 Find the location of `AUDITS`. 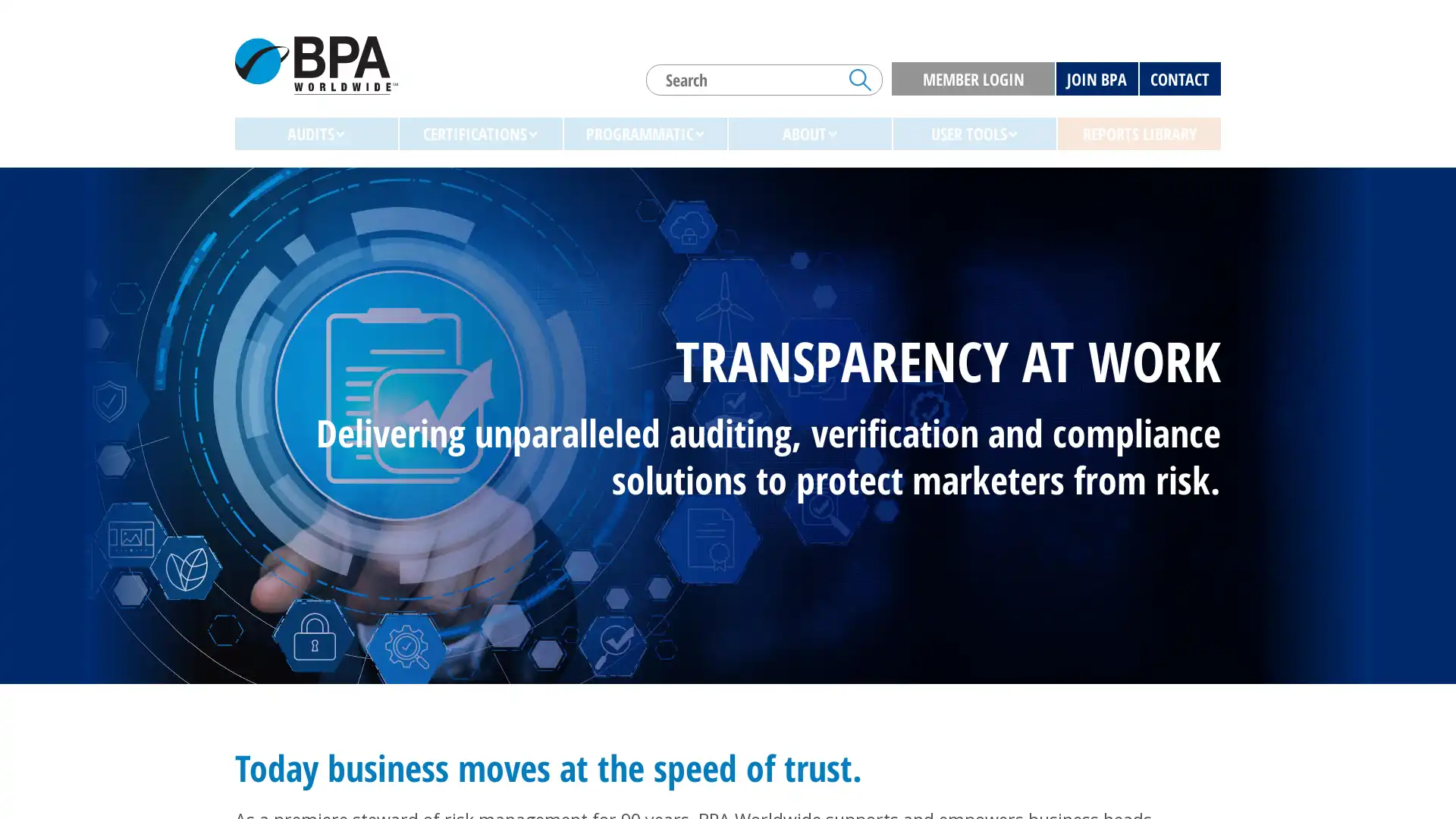

AUDITS is located at coordinates (315, 133).